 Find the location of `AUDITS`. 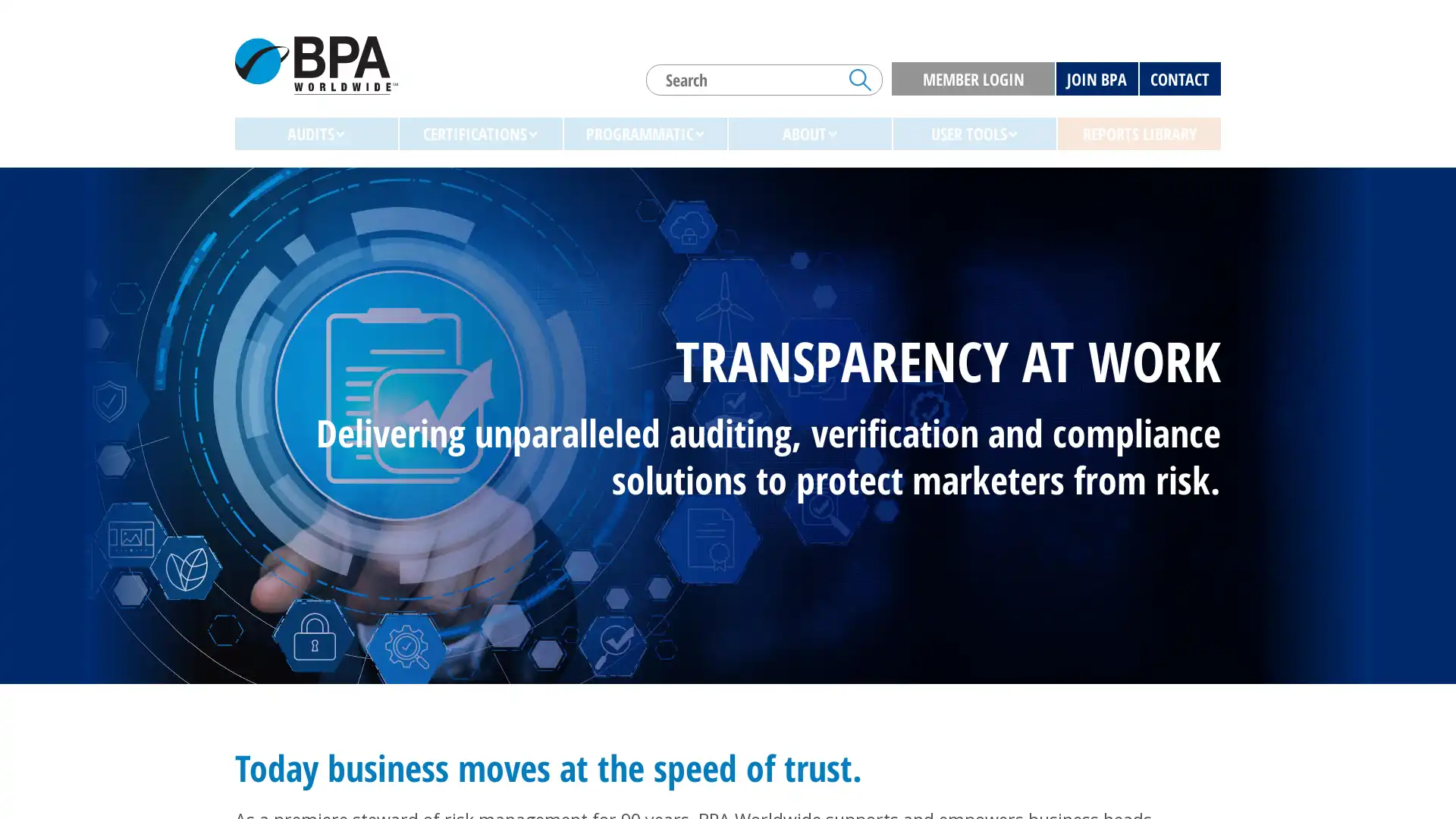

AUDITS is located at coordinates (315, 133).